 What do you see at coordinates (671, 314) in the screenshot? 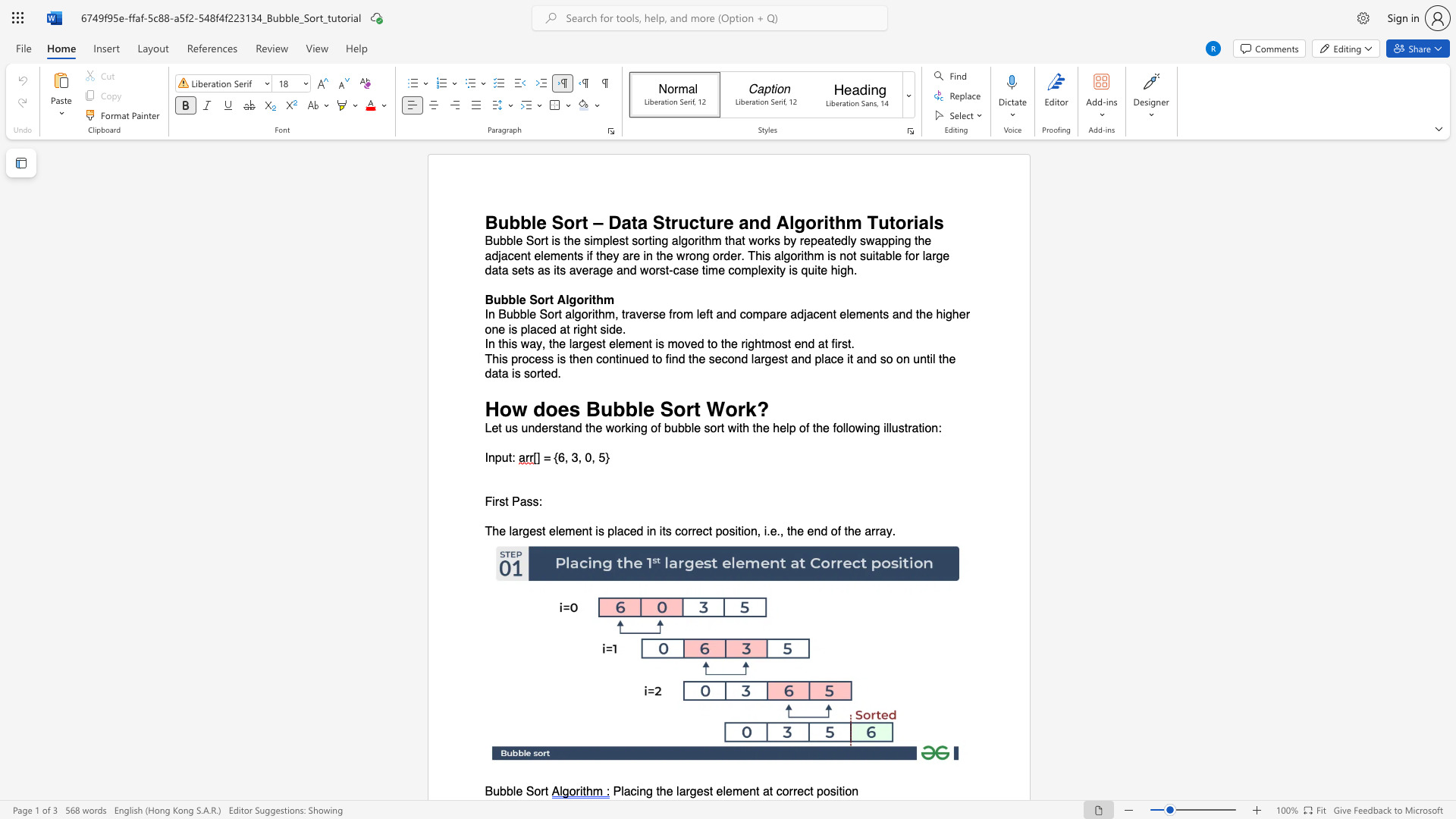
I see `the subset text "rom left and compare adjacent elements a" within the text "In Bubble Sort algorithm, traverse from left and compare adjacent elements and the higher one is placed at right side."` at bounding box center [671, 314].